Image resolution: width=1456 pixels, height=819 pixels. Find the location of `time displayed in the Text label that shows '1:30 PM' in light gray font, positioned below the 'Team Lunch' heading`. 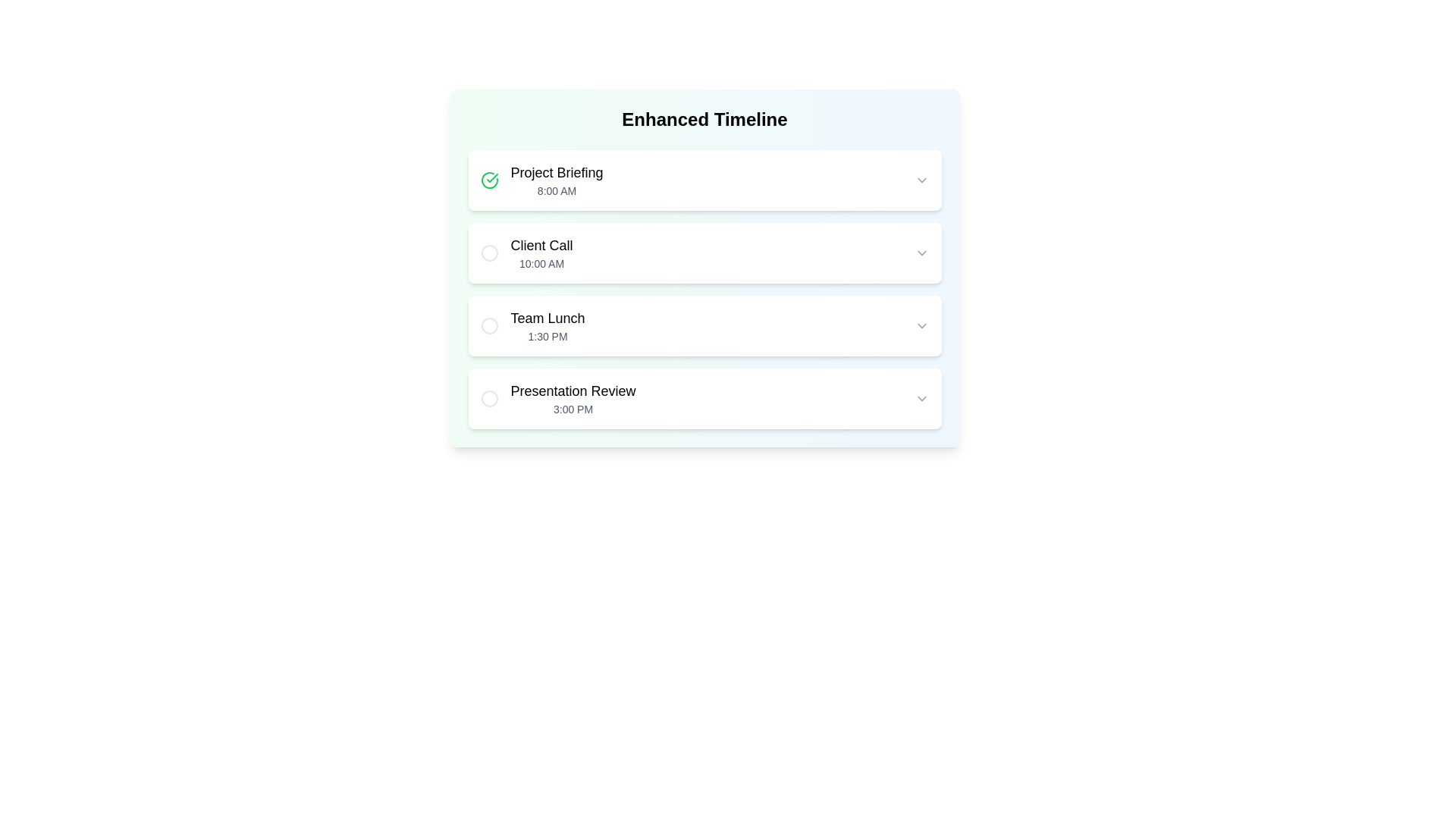

time displayed in the Text label that shows '1:30 PM' in light gray font, positioned below the 'Team Lunch' heading is located at coordinates (547, 335).